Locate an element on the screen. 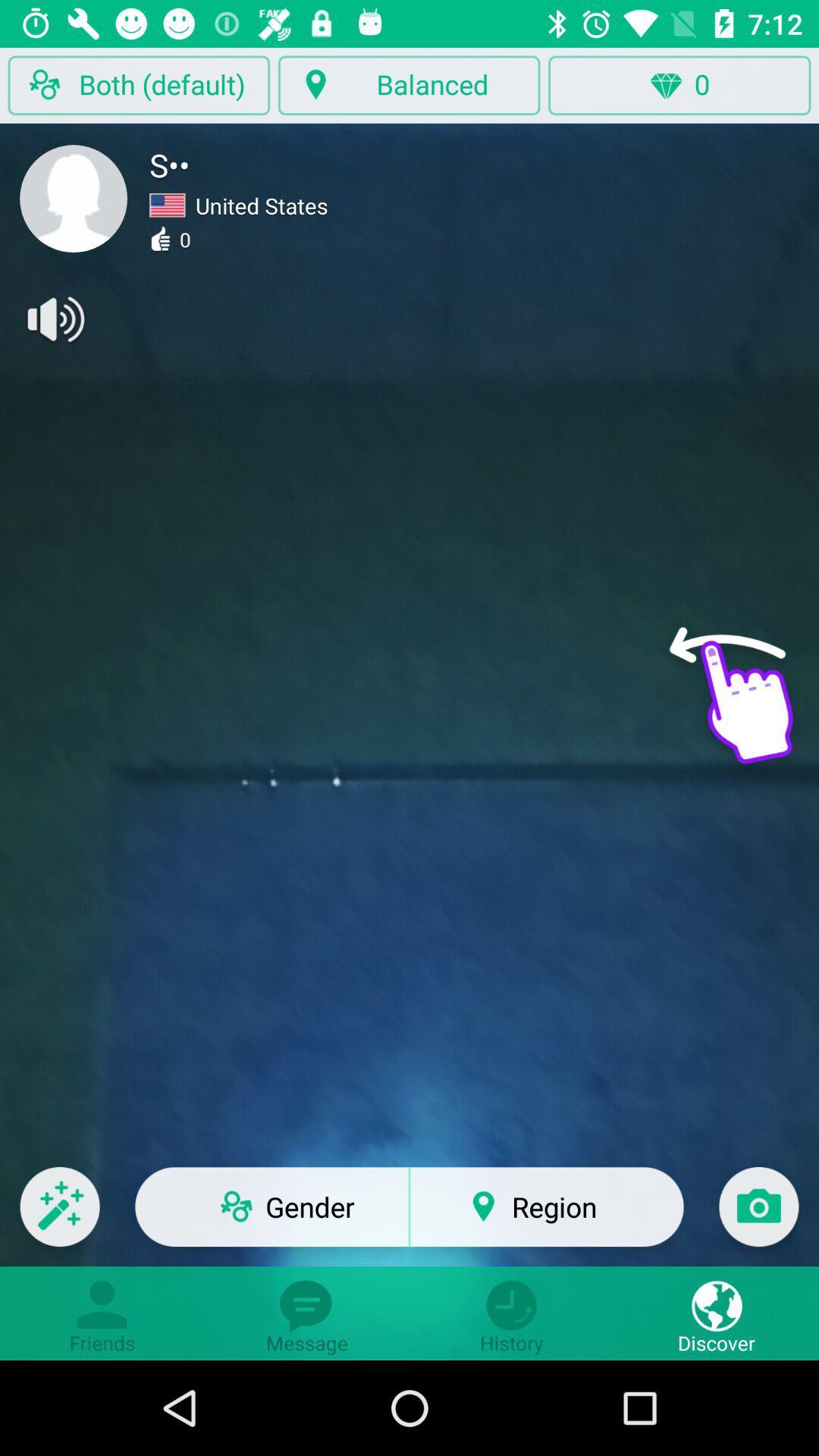  the volume icon is located at coordinates (54, 318).